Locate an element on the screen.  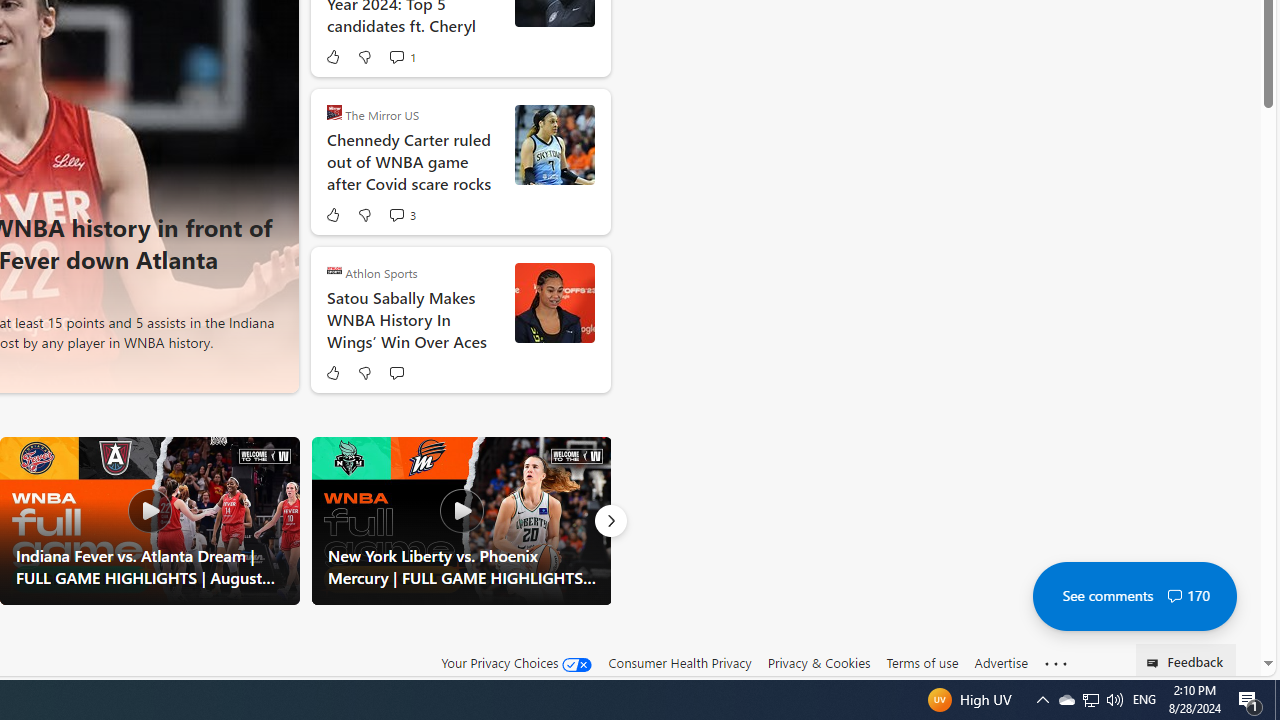
'Terms of use' is located at coordinates (921, 663).